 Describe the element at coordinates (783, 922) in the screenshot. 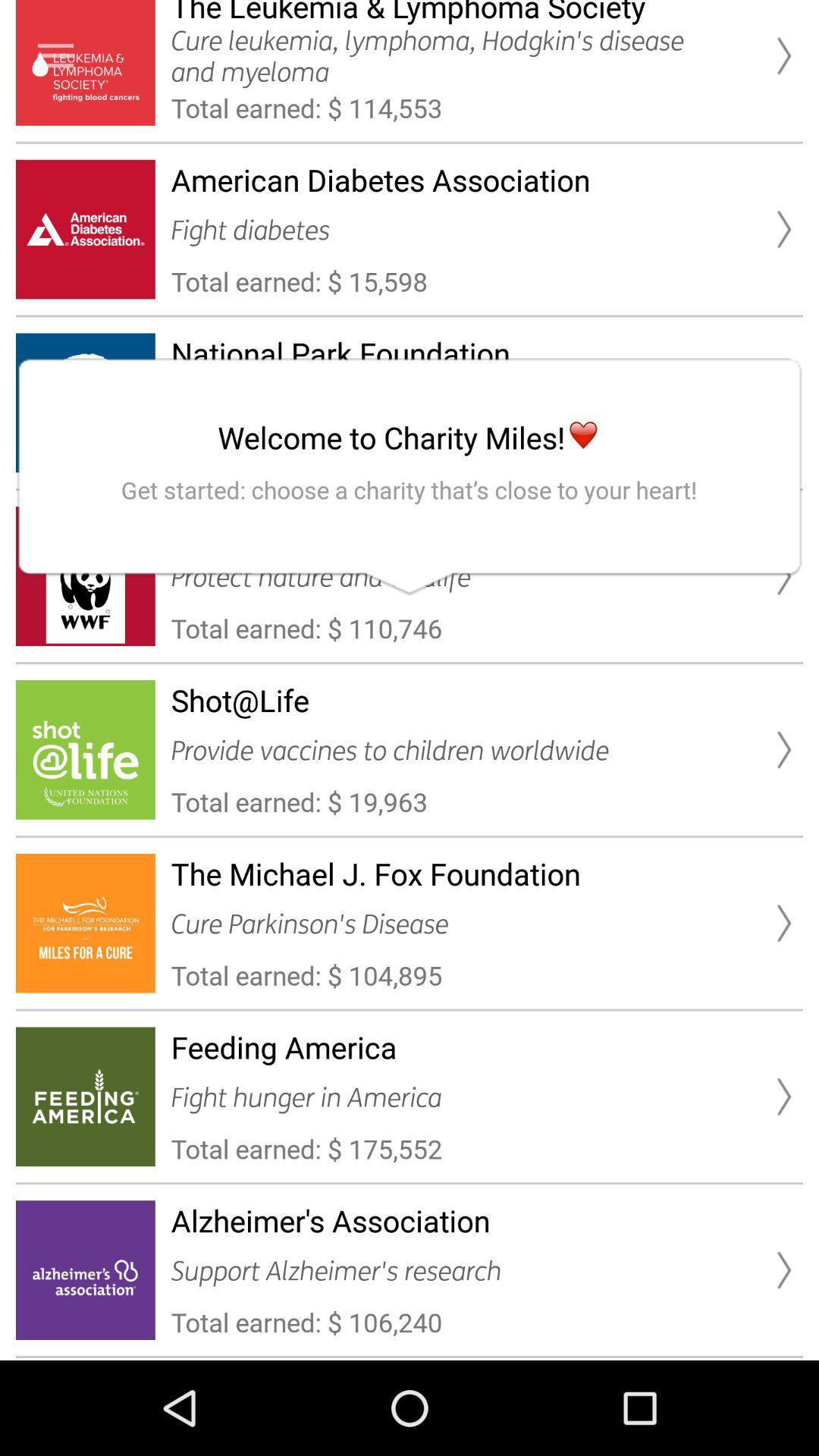

I see `the 3rd button from the bottom right side of the web page` at that location.